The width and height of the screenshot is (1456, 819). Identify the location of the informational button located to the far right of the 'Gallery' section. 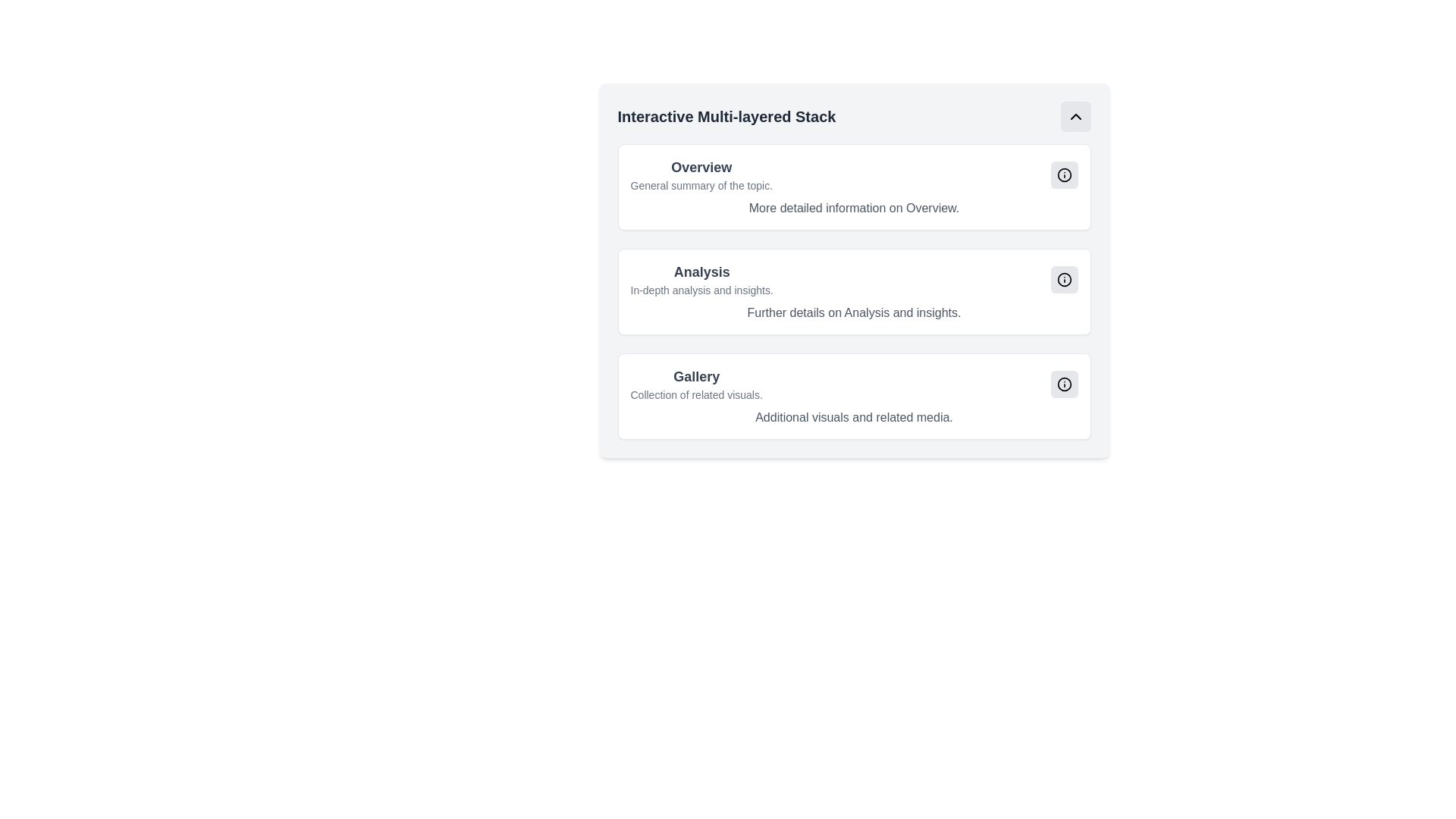
(1063, 383).